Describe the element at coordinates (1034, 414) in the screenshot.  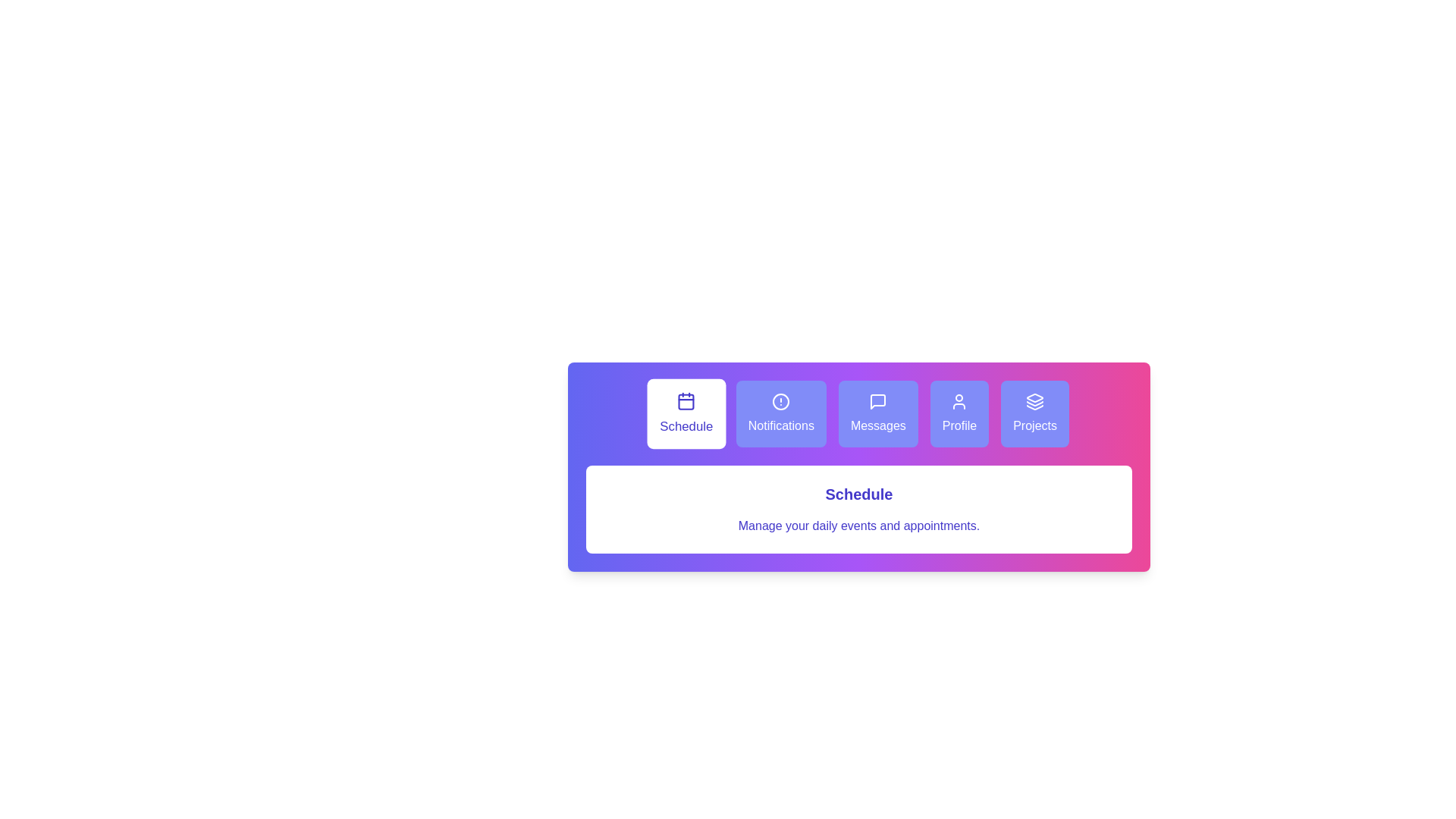
I see `the Projects tab to switch to its content` at that location.